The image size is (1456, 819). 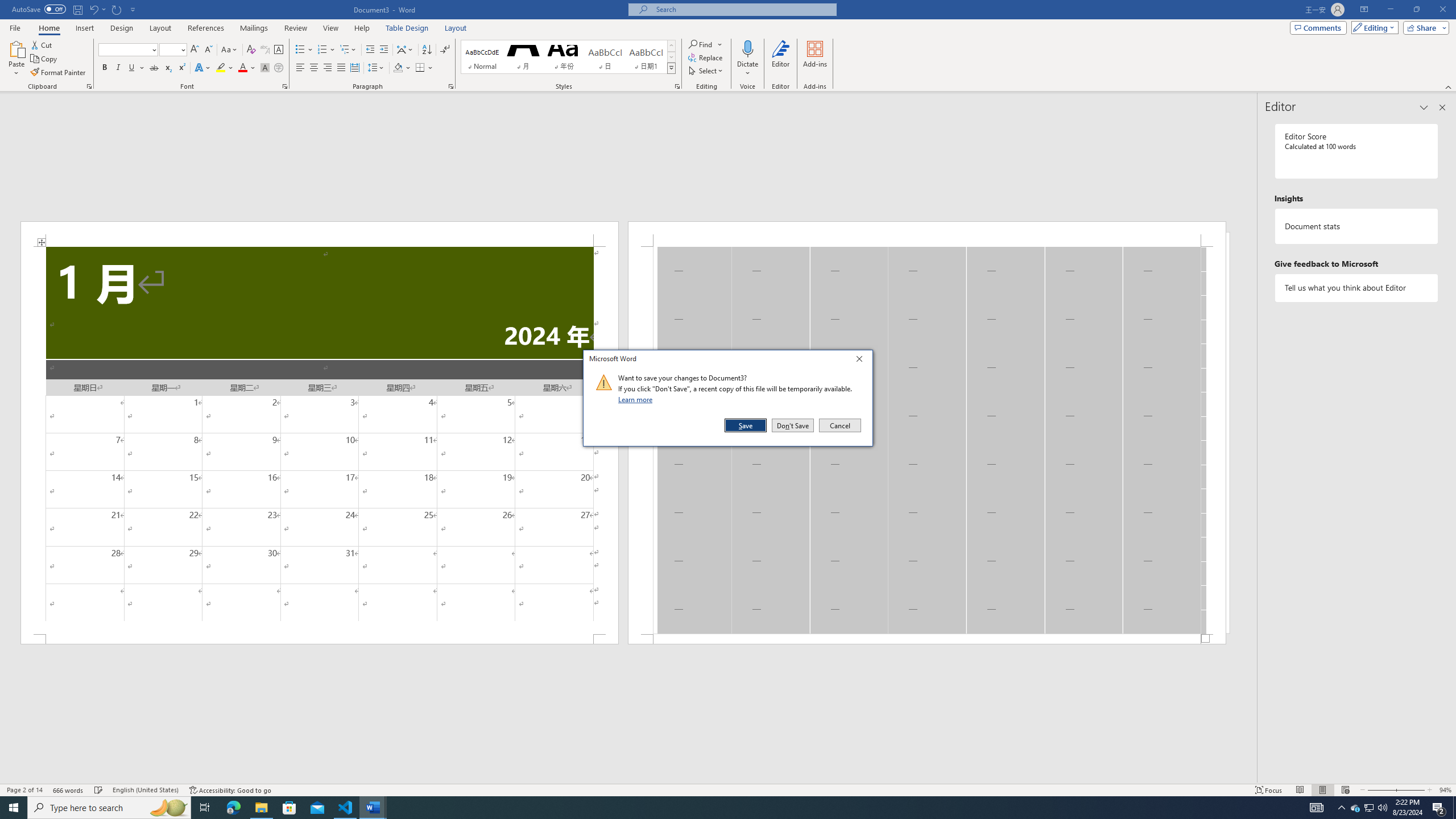 What do you see at coordinates (1342, 806) in the screenshot?
I see `'Notification Chevron'` at bounding box center [1342, 806].